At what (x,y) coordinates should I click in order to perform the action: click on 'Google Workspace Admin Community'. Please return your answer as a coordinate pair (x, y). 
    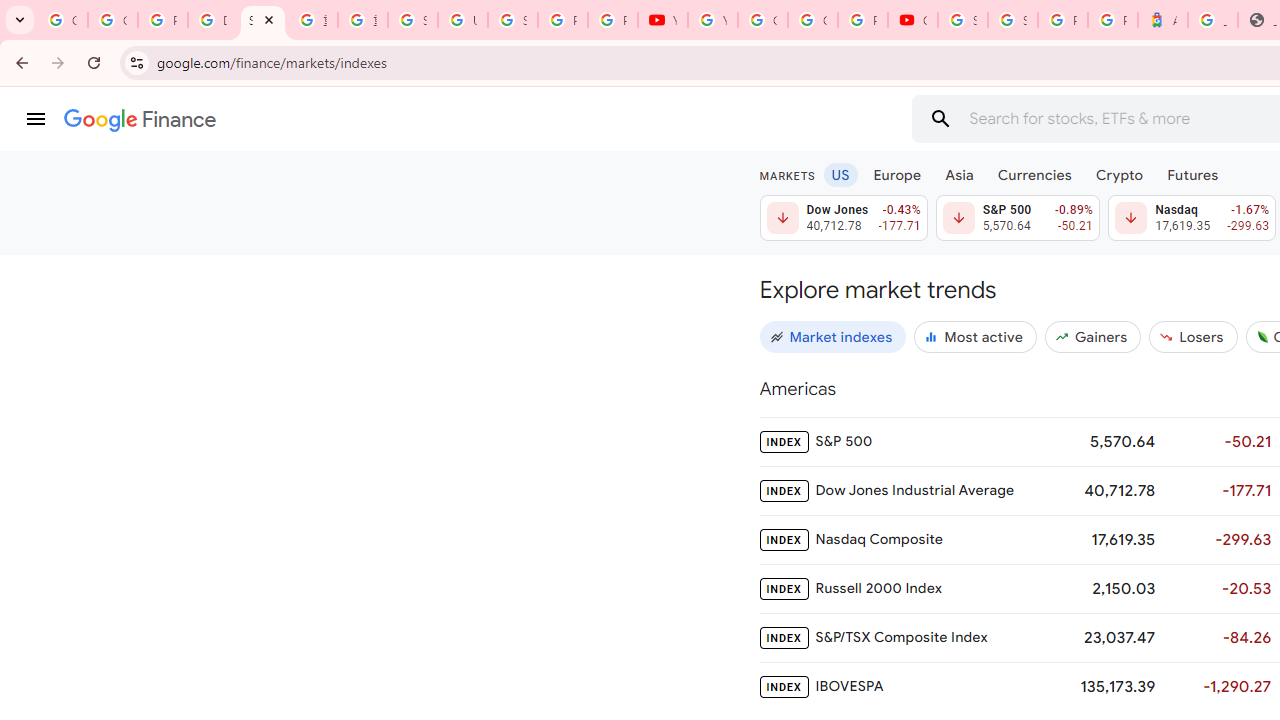
    Looking at the image, I should click on (62, 20).